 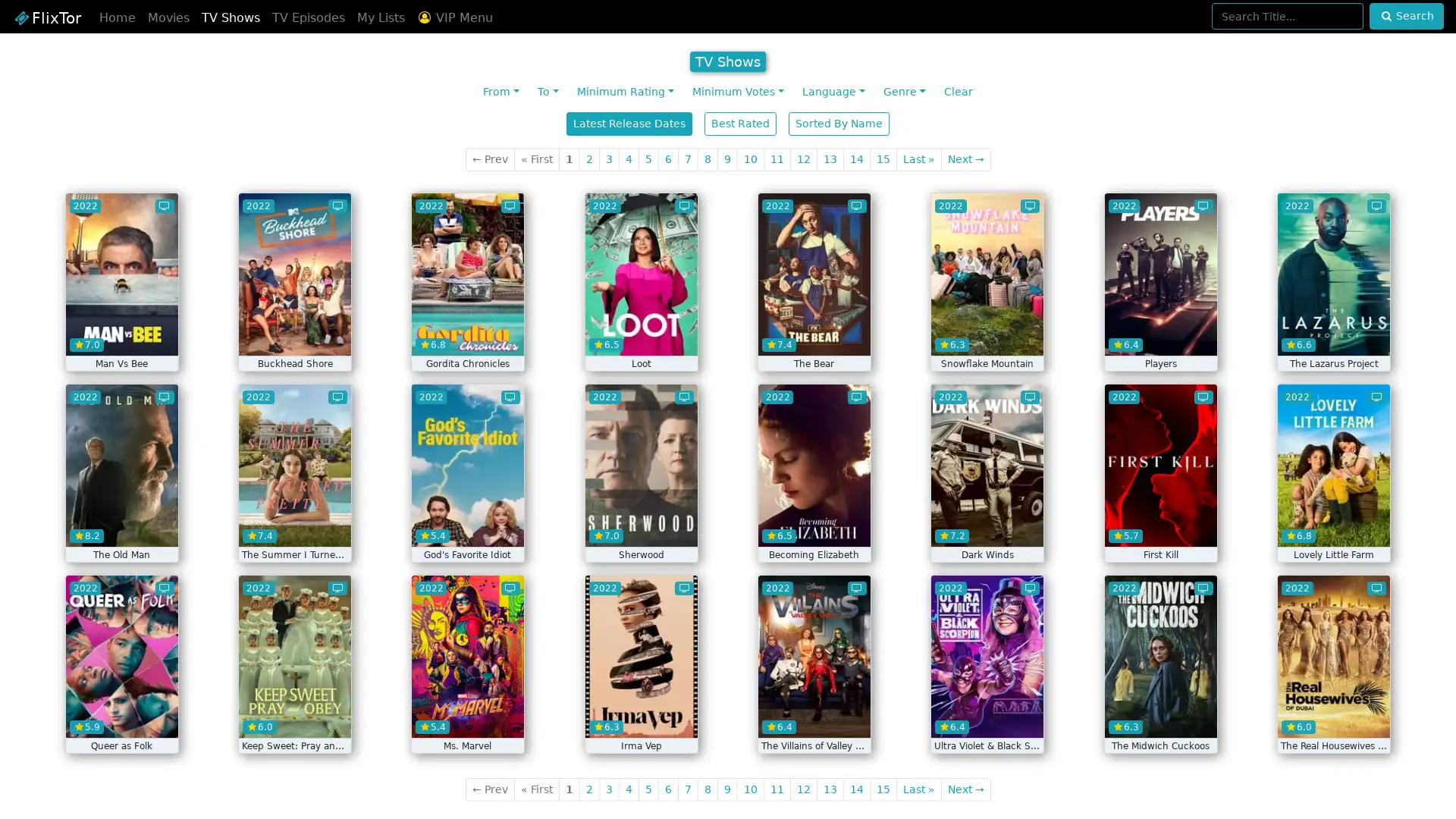 I want to click on Watch Now, so click(x=294, y=332).